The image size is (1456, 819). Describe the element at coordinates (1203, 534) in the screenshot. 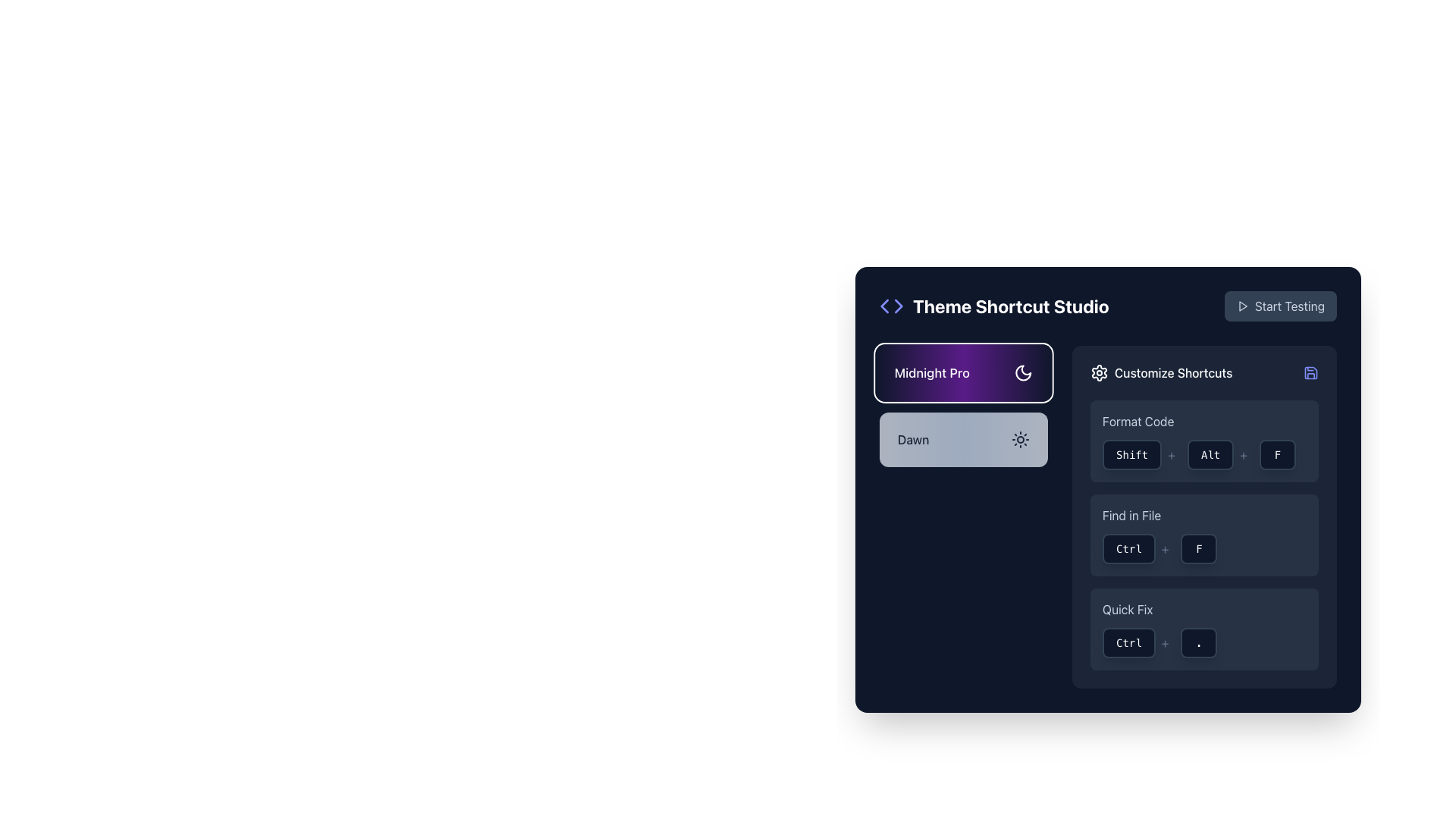

I see `button styled as a rectangular keycap with a dark background and white text 'F', which is the second button in the second row titled 'Find in File' under the 'Customize Shortcuts' section` at that location.